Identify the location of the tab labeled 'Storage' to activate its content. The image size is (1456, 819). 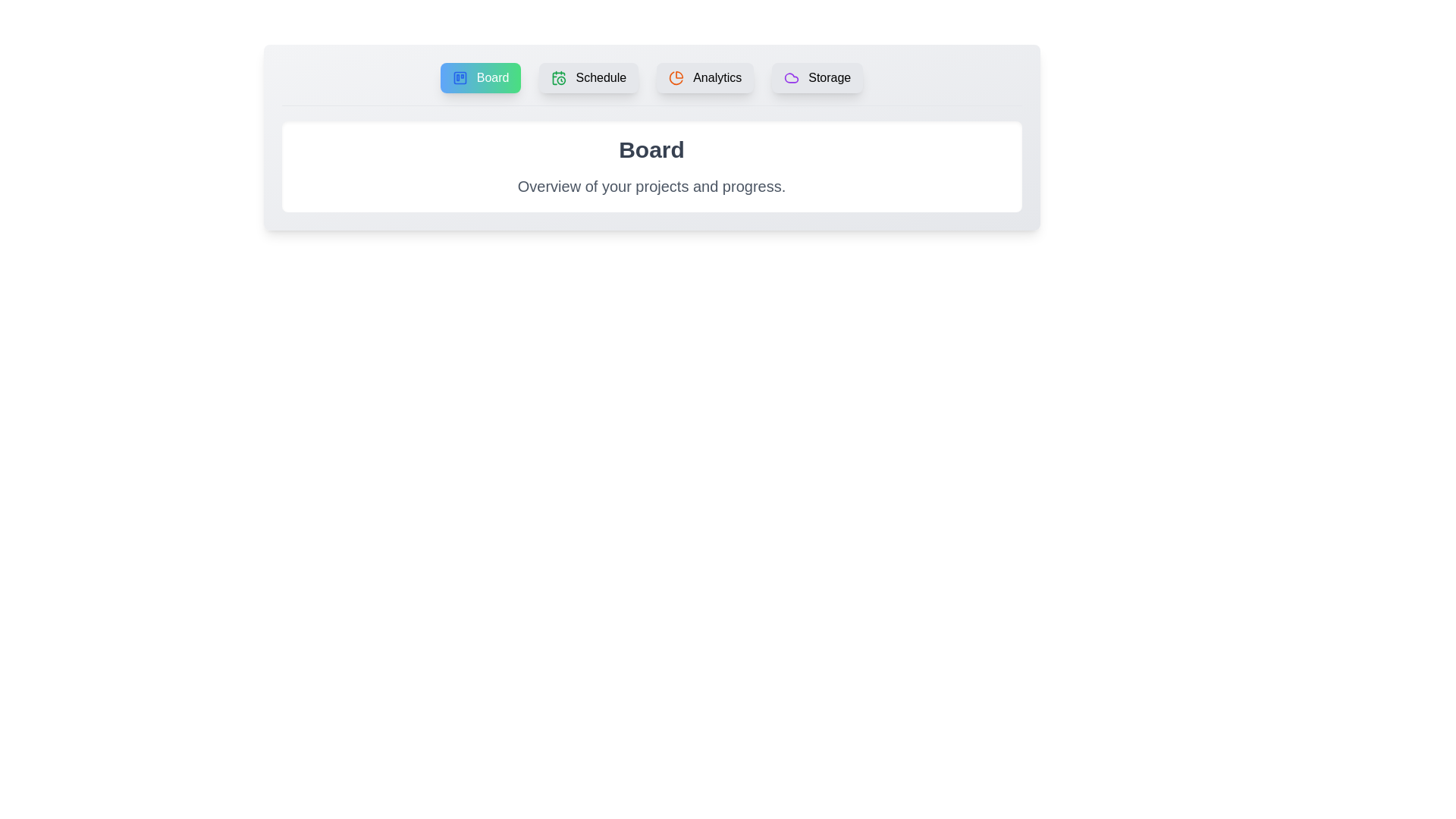
(817, 78).